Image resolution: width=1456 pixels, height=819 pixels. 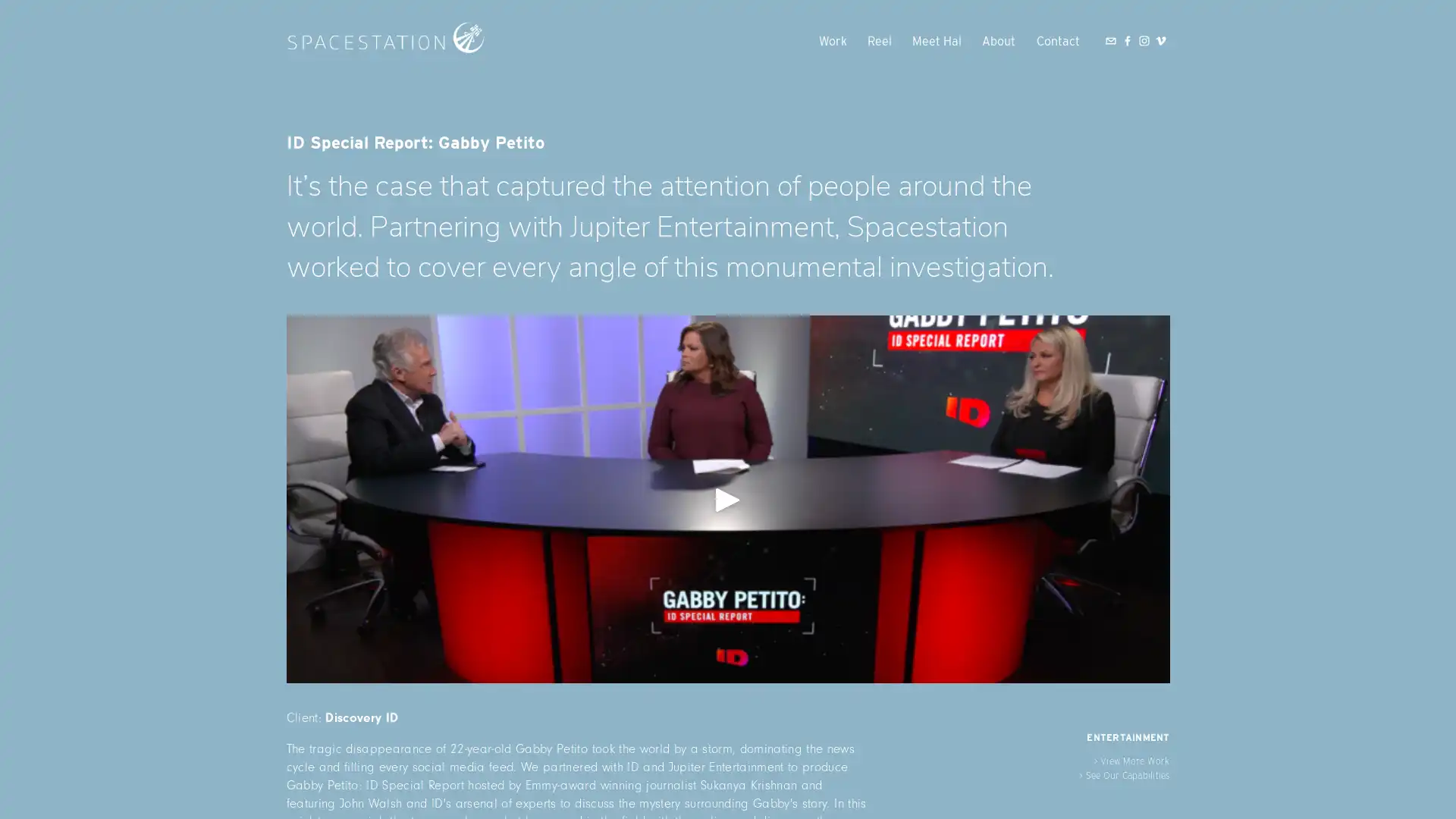 What do you see at coordinates (726, 499) in the screenshot?
I see `View fullsize` at bounding box center [726, 499].